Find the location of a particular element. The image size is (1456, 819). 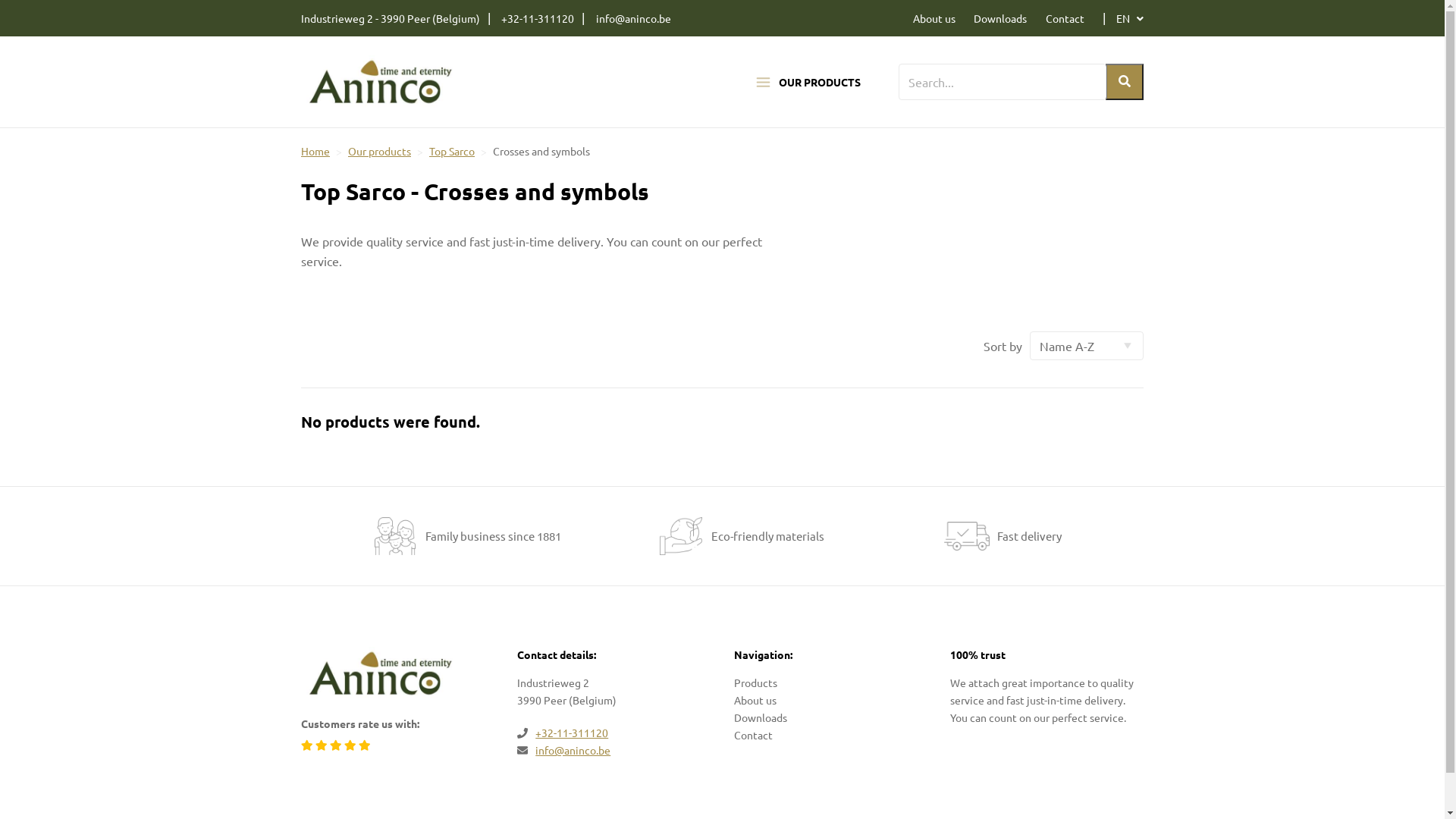

'Our products' is located at coordinates (379, 151).